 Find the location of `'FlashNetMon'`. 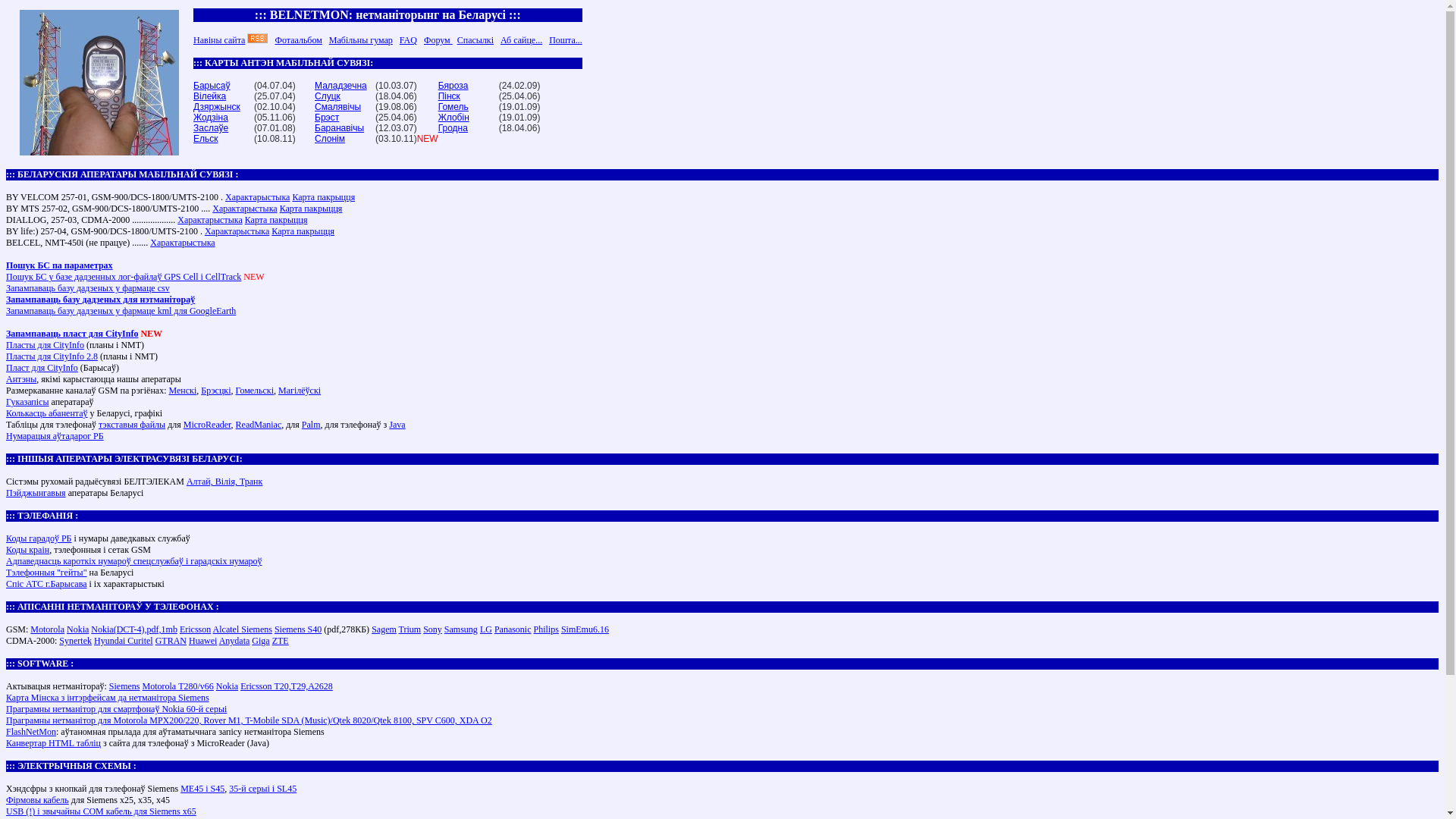

'FlashNetMon' is located at coordinates (6, 730).